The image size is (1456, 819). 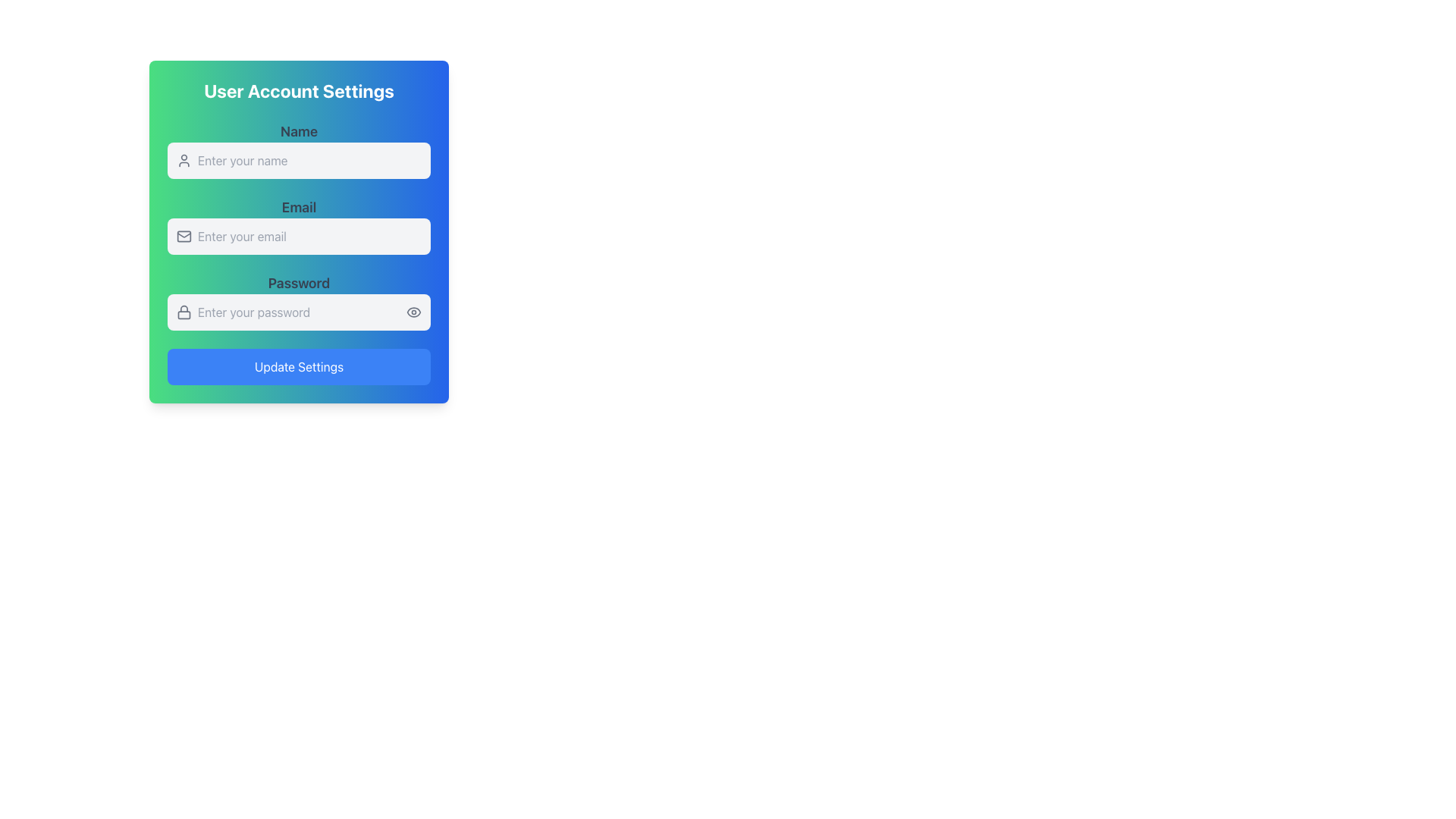 I want to click on the decorative SVG component that visually signifies the email-related input field in the 'User Account Settings' form, specifically the hollow envelope shape located on the left side of the input field labeled 'Email', so click(x=184, y=237).